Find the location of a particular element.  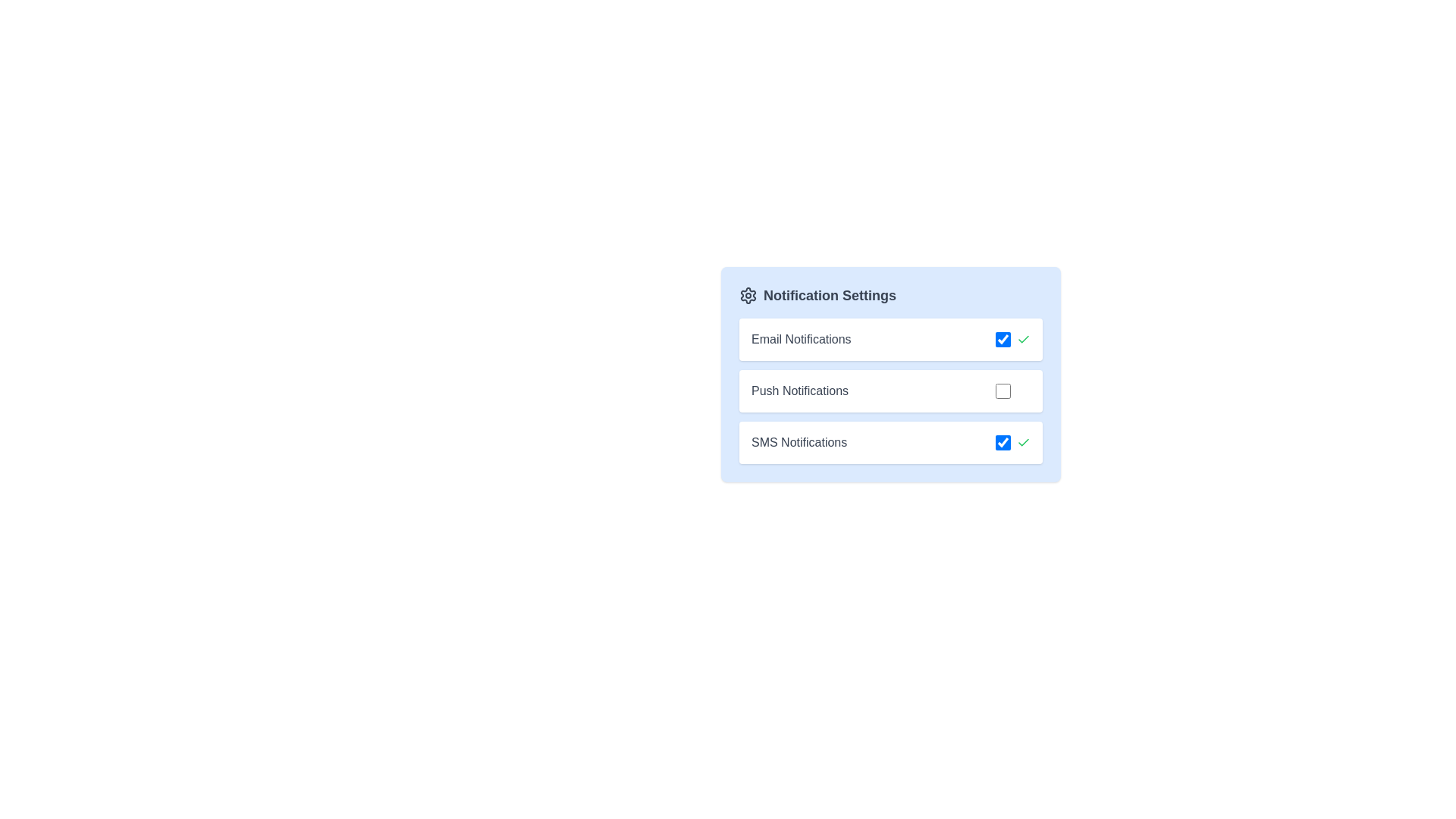

the 'SMS Notifications' text label in the notification settings module, which is styled with a modern typographic style and displayed in a gray font is located at coordinates (799, 442).